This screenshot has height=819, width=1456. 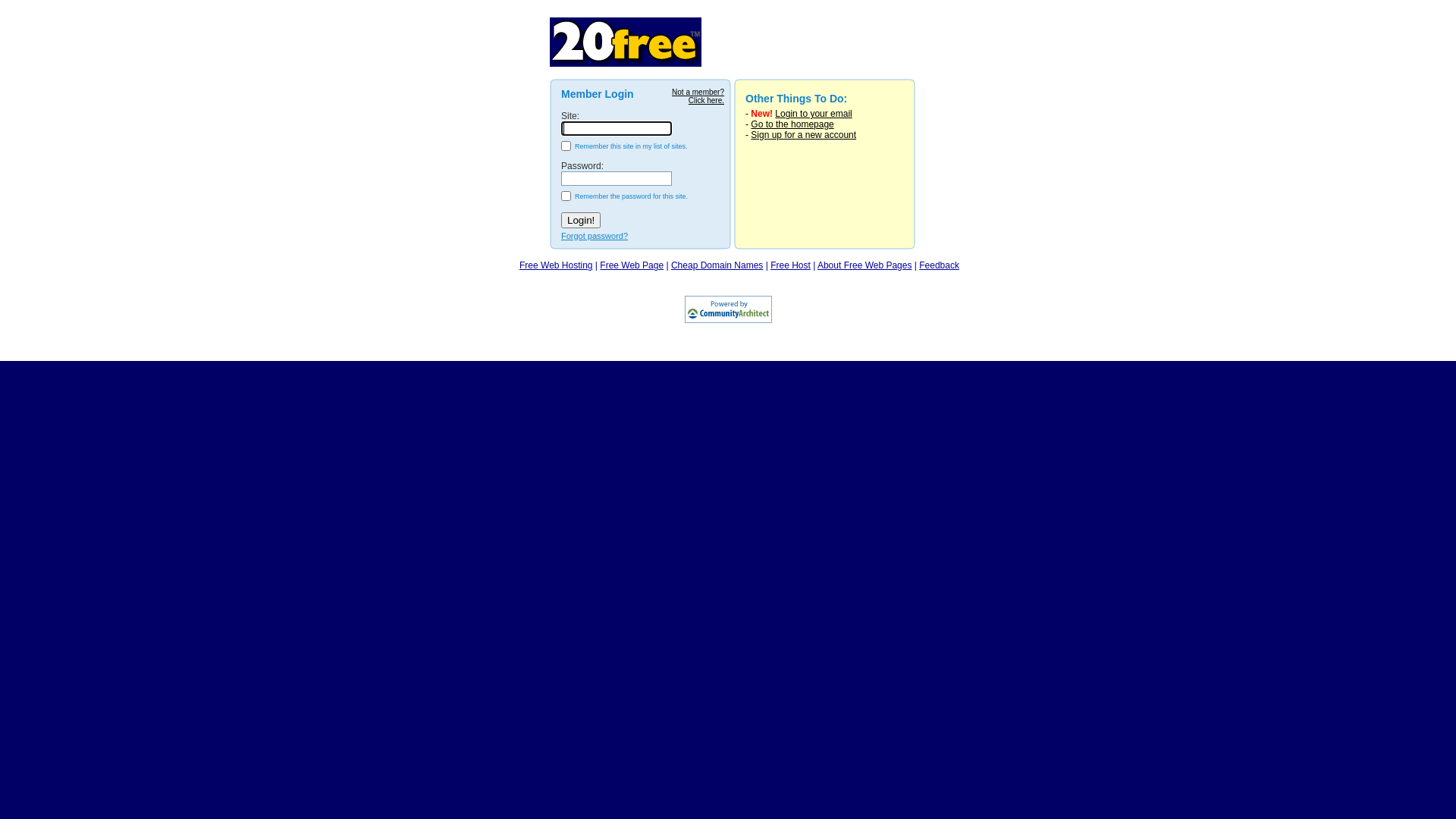 What do you see at coordinates (697, 96) in the screenshot?
I see `'Not a member?` at bounding box center [697, 96].